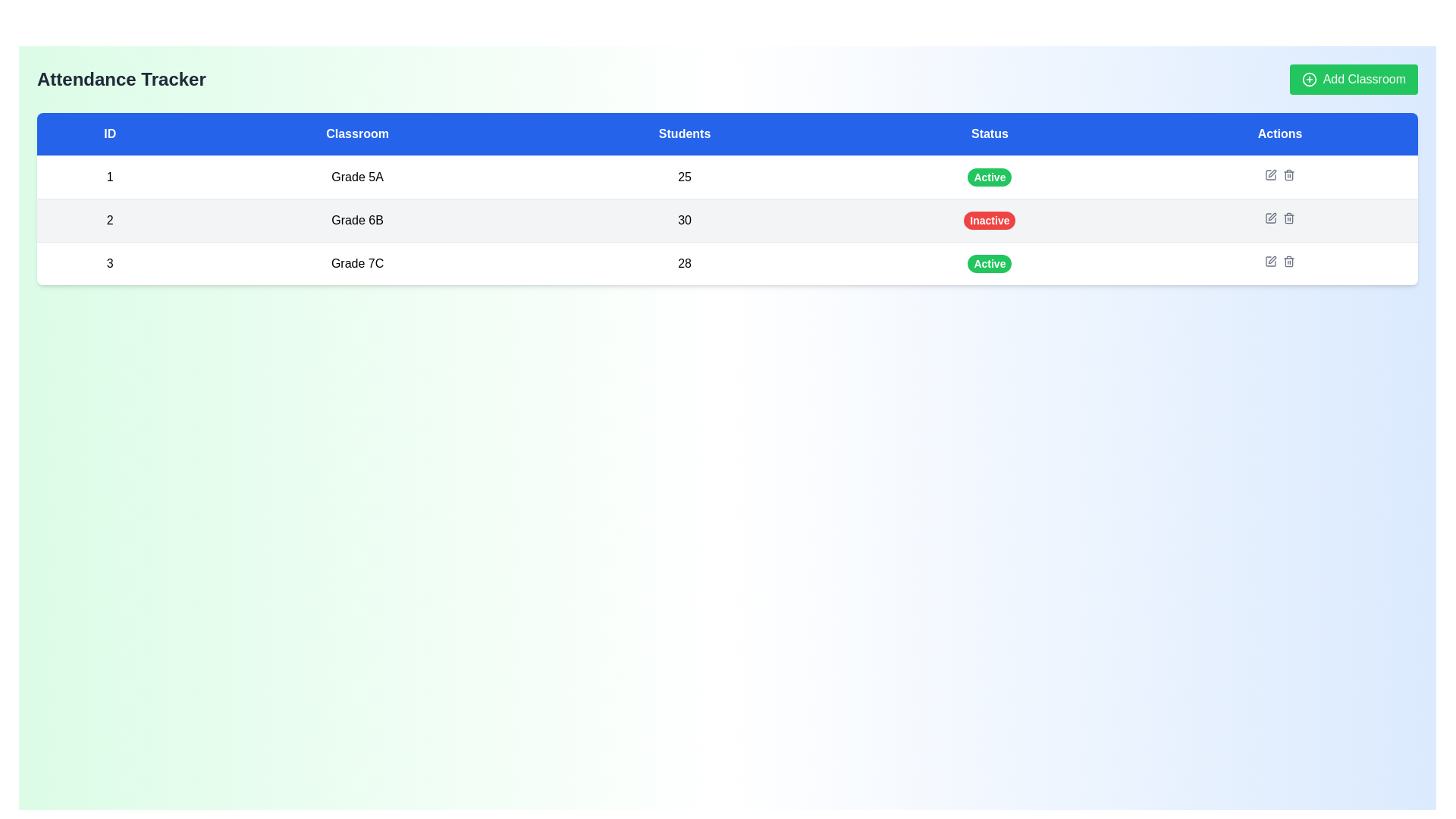  What do you see at coordinates (121, 79) in the screenshot?
I see `the prominent static text label displaying 'Attendance Tracker' located in the upper-left area of the interface` at bounding box center [121, 79].